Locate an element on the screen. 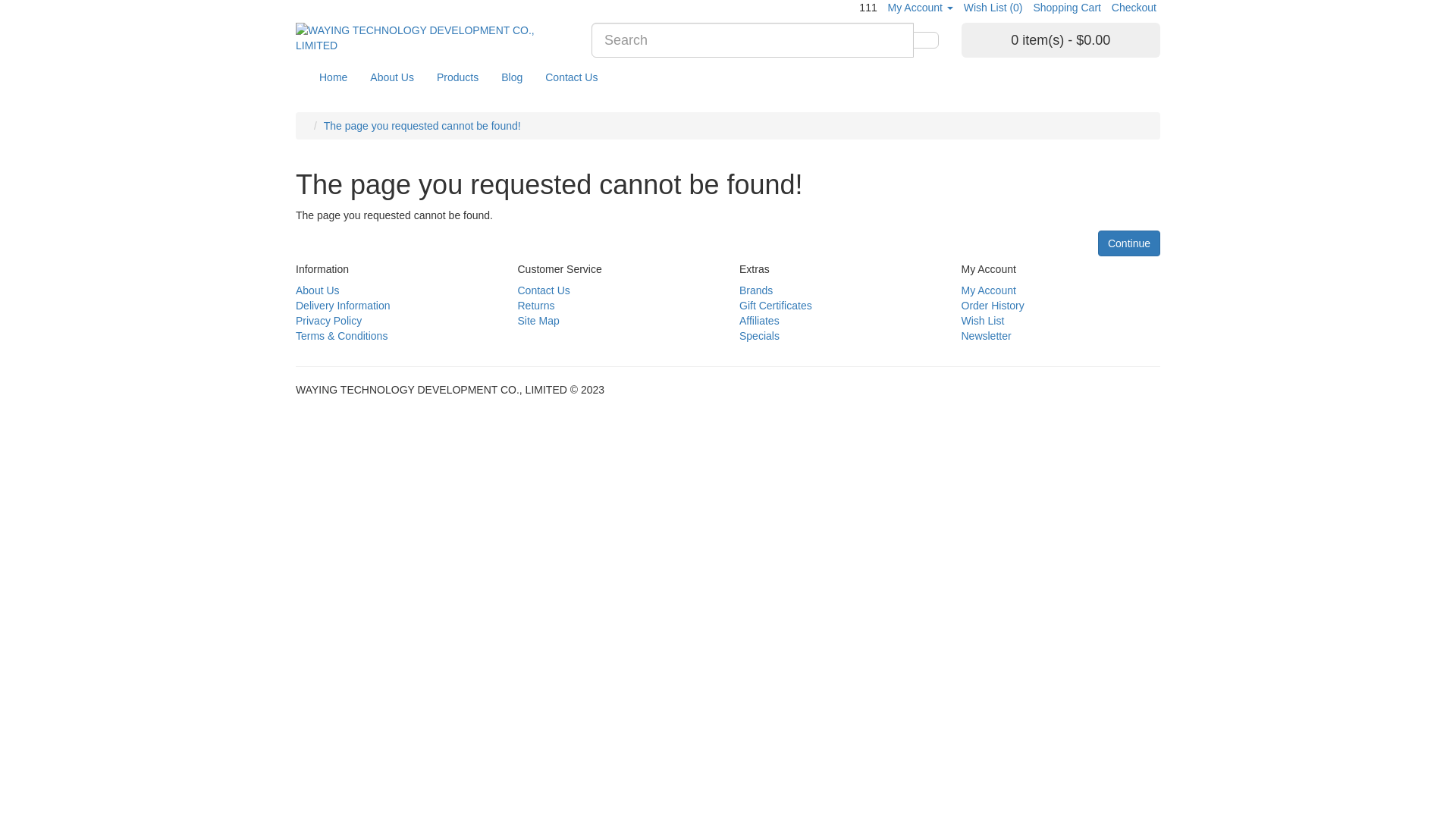 This screenshot has height=819, width=1456. 'Privacy Policy' is located at coordinates (328, 320).